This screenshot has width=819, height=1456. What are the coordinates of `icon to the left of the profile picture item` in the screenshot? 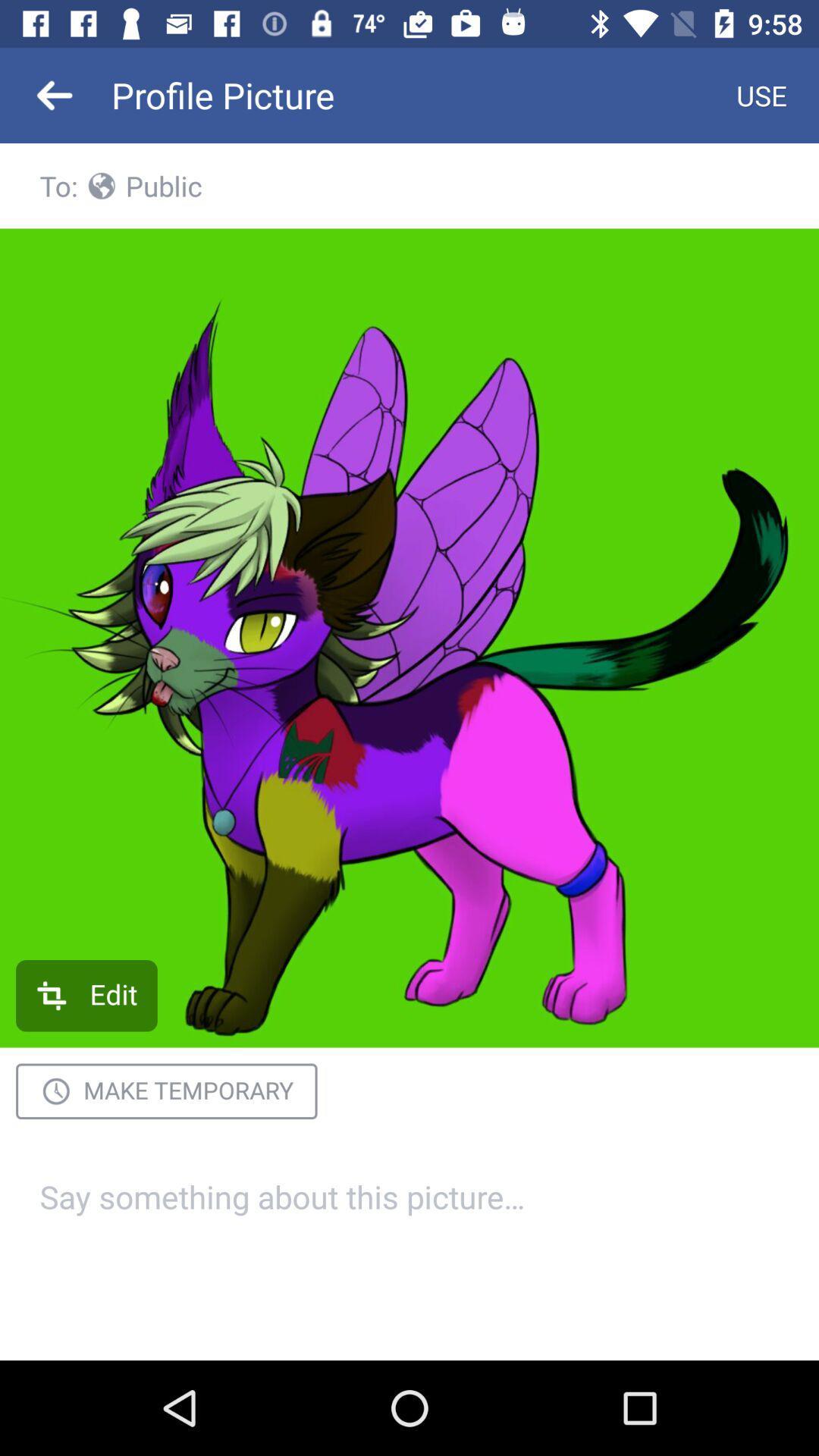 It's located at (55, 94).